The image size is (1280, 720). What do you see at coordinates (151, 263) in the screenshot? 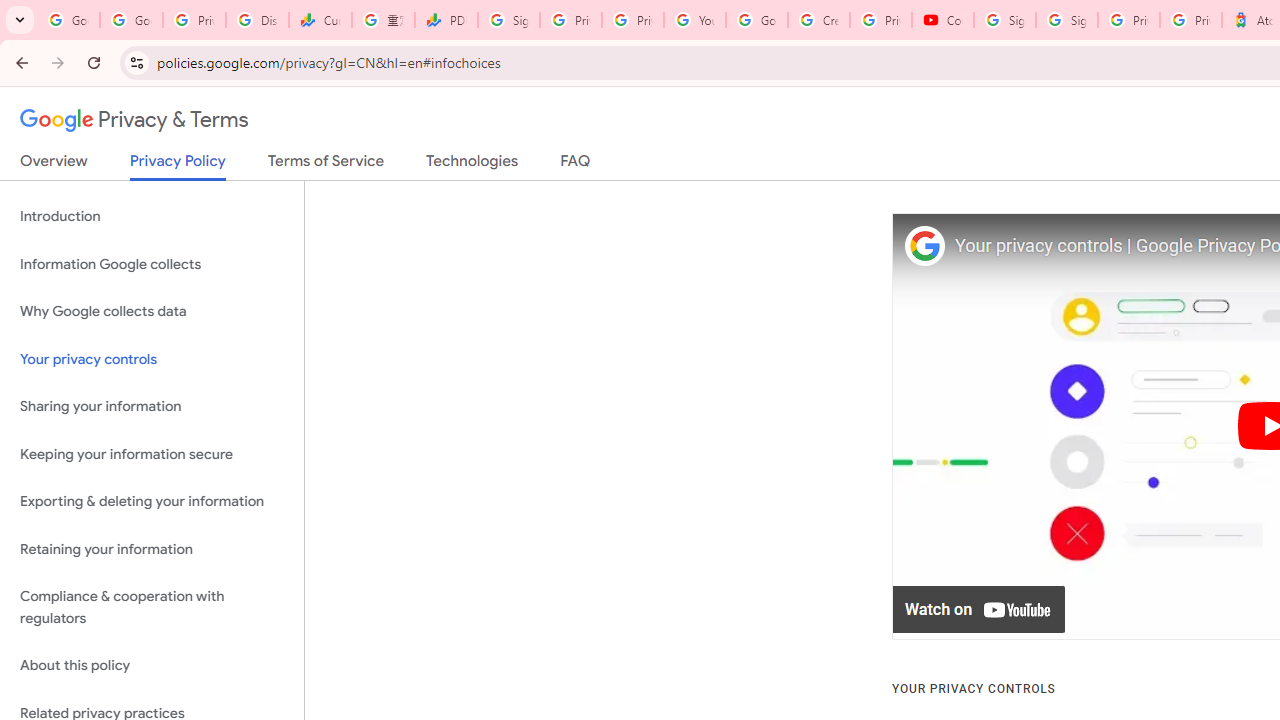
I see `'Information Google collects'` at bounding box center [151, 263].